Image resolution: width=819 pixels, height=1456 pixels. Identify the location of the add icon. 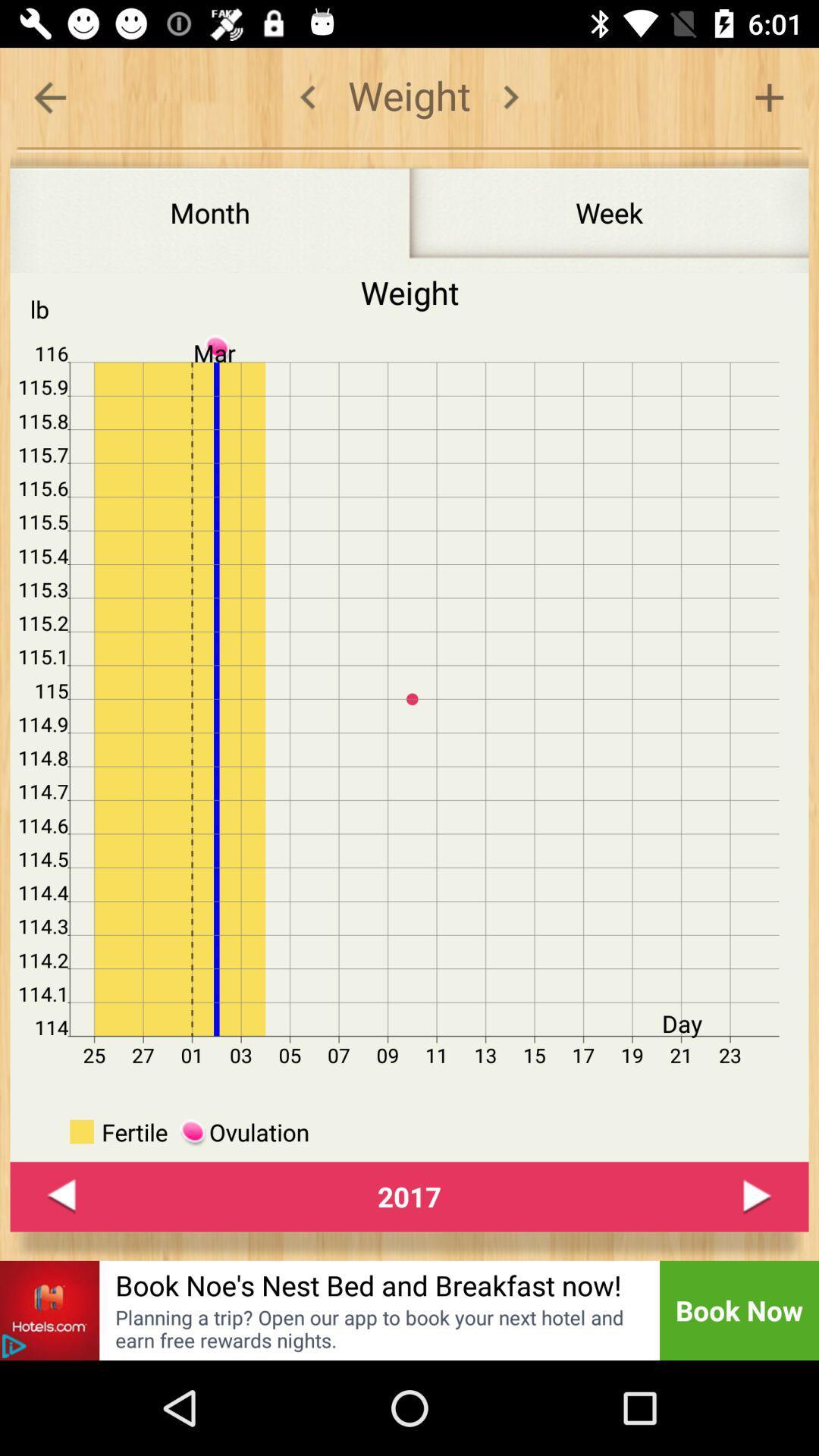
(769, 96).